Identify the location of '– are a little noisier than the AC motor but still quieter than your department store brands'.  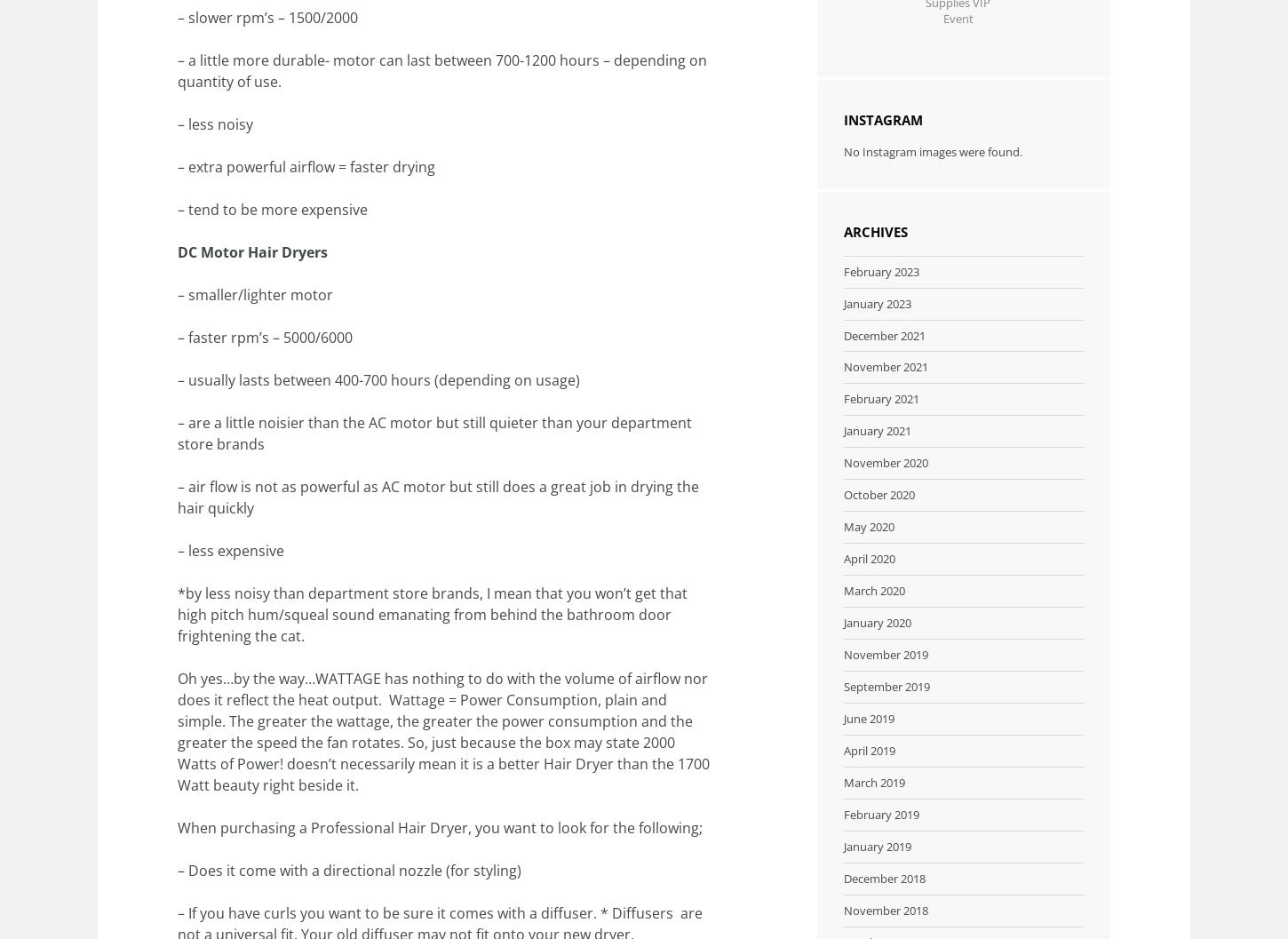
(434, 434).